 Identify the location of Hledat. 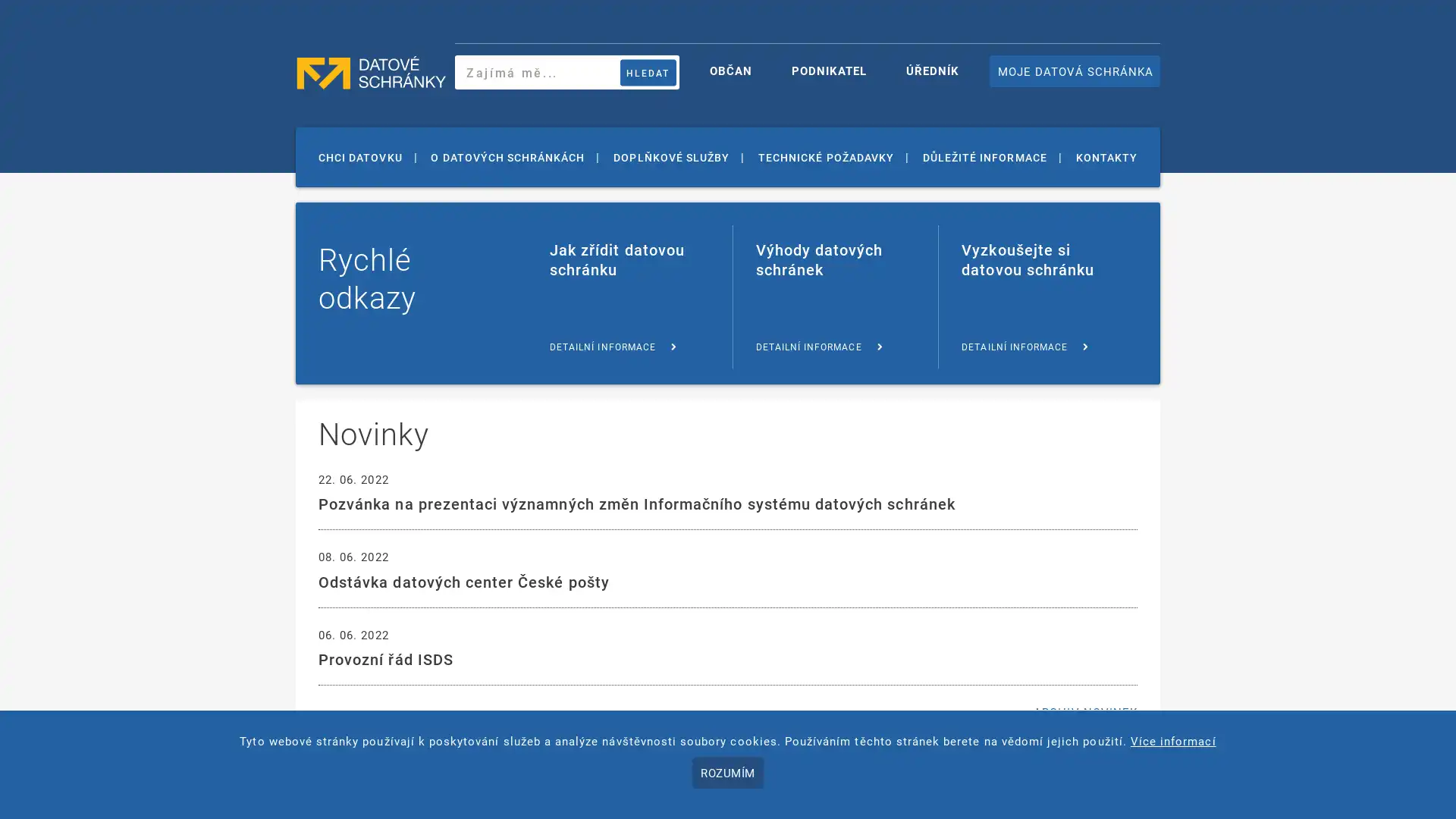
(648, 72).